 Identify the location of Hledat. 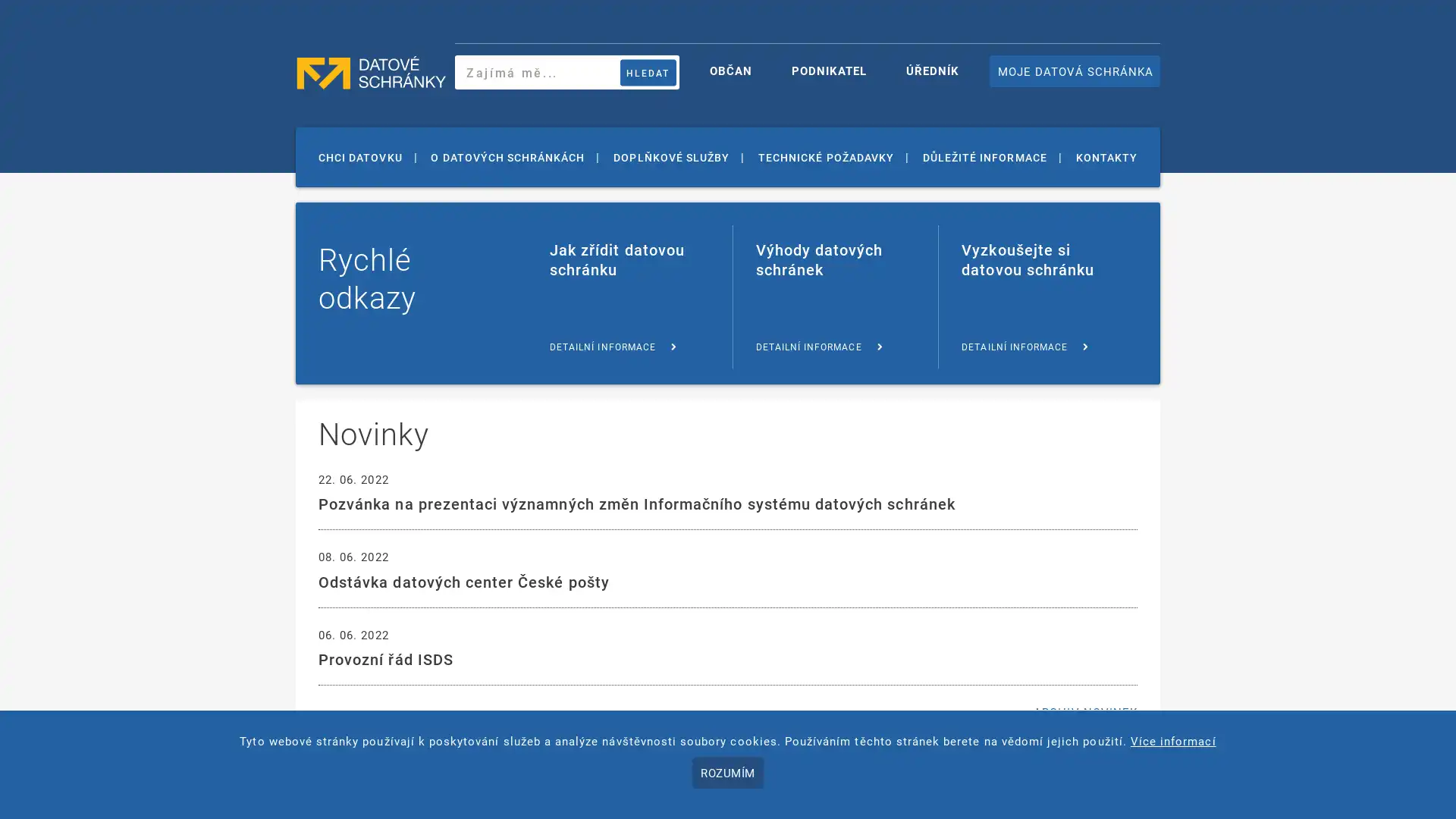
(648, 72).